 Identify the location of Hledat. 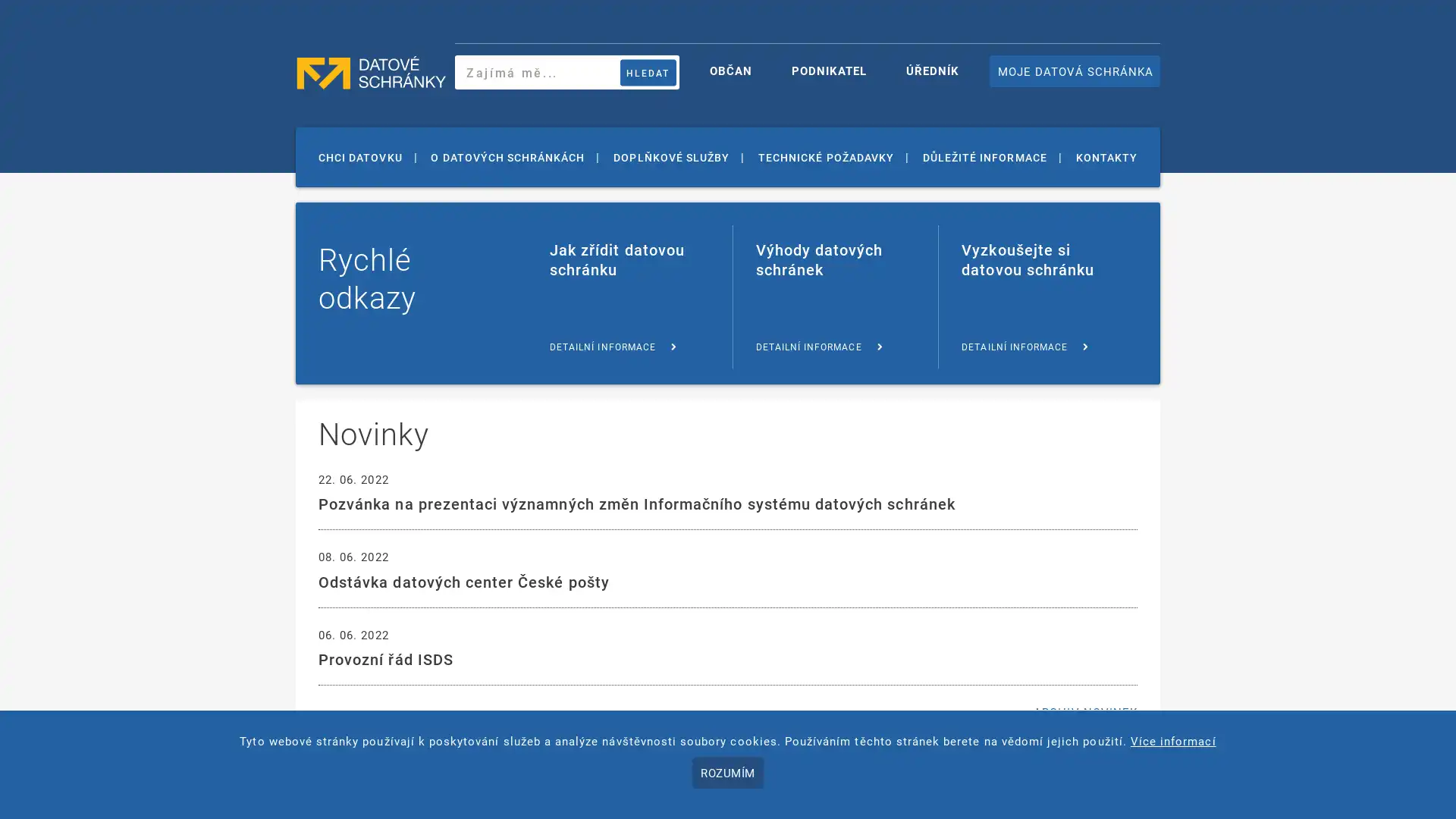
(648, 72).